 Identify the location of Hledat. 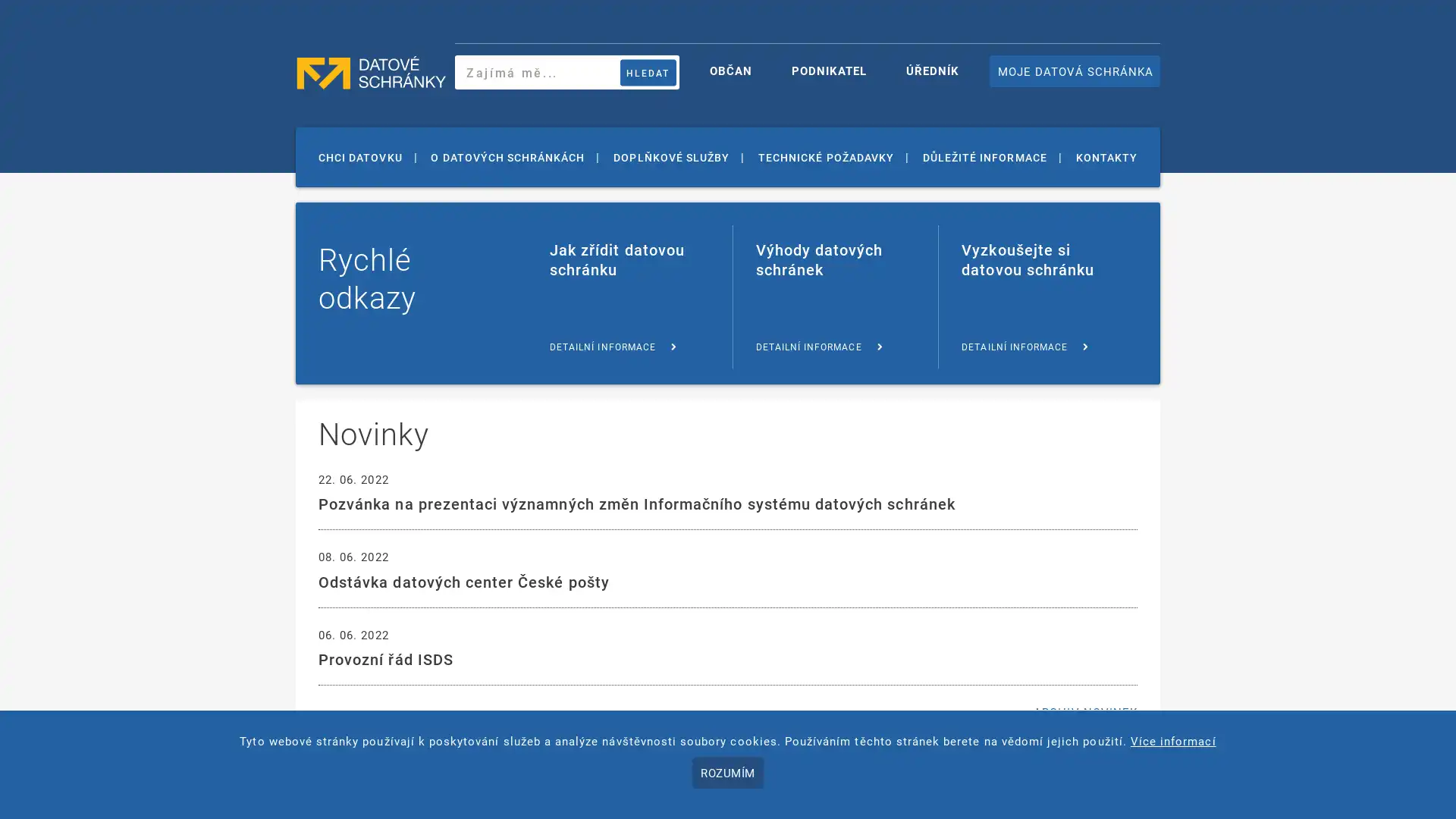
(648, 72).